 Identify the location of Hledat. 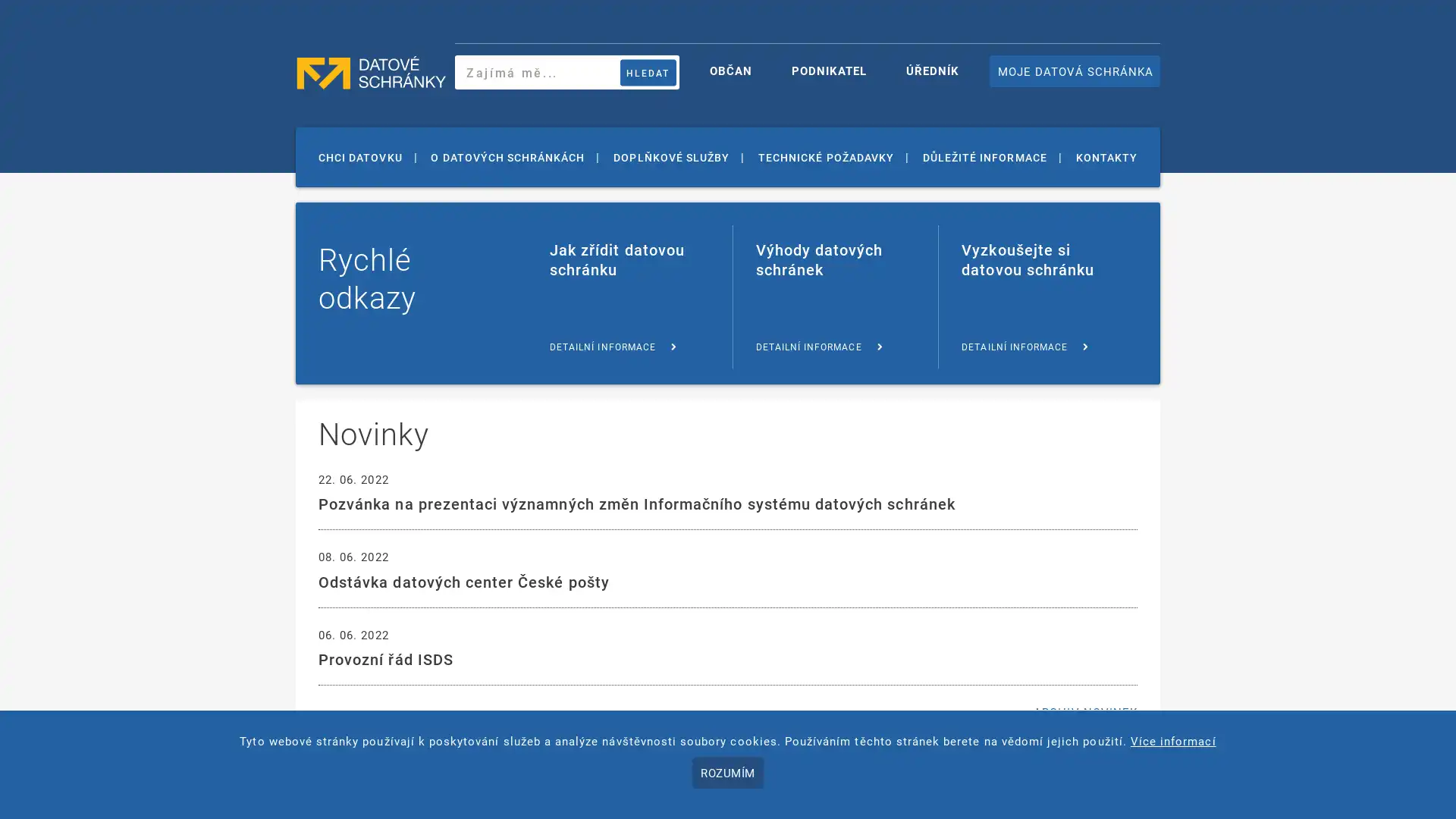
(648, 72).